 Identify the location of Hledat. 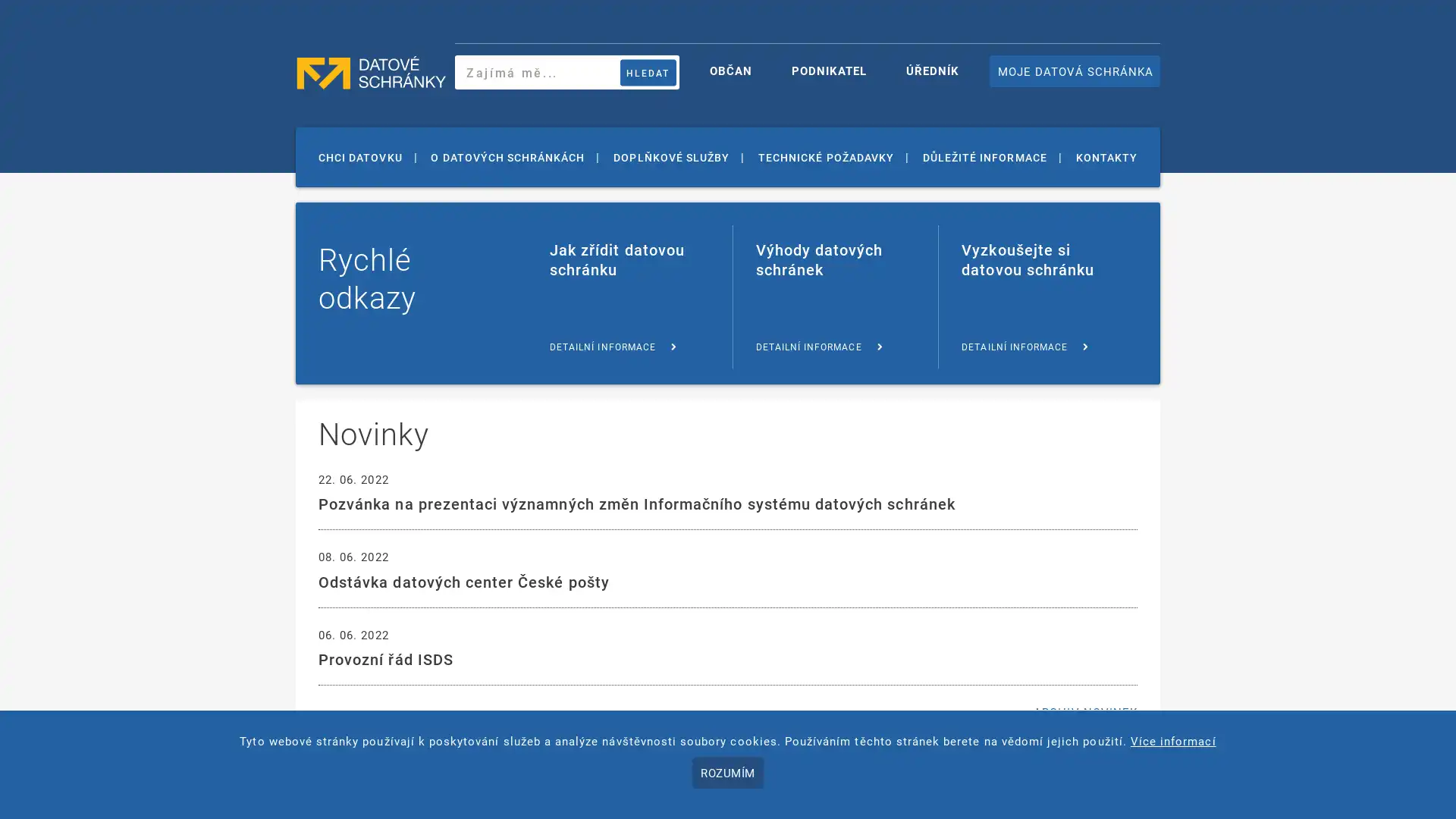
(648, 72).